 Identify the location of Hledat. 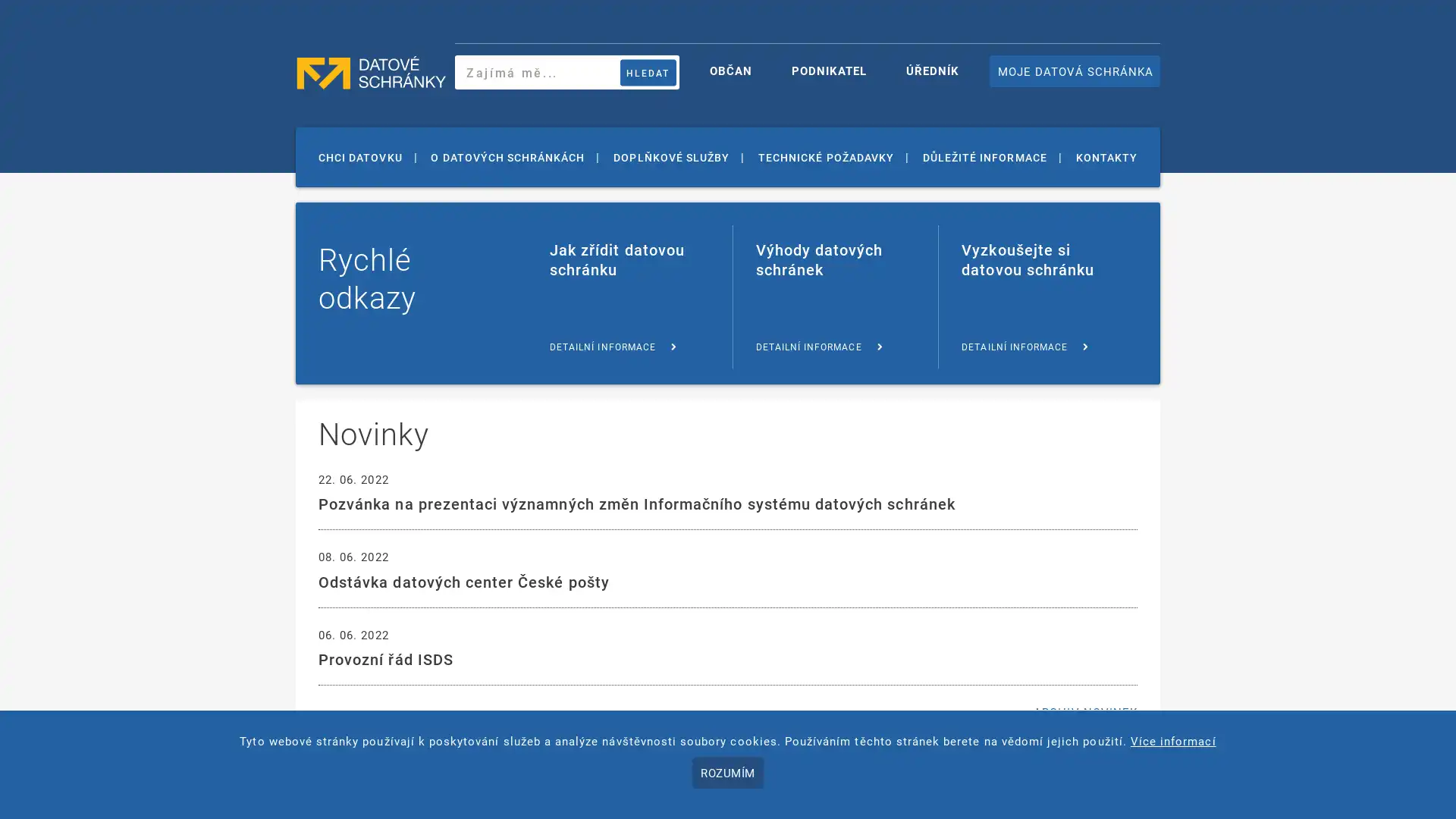
(648, 72).